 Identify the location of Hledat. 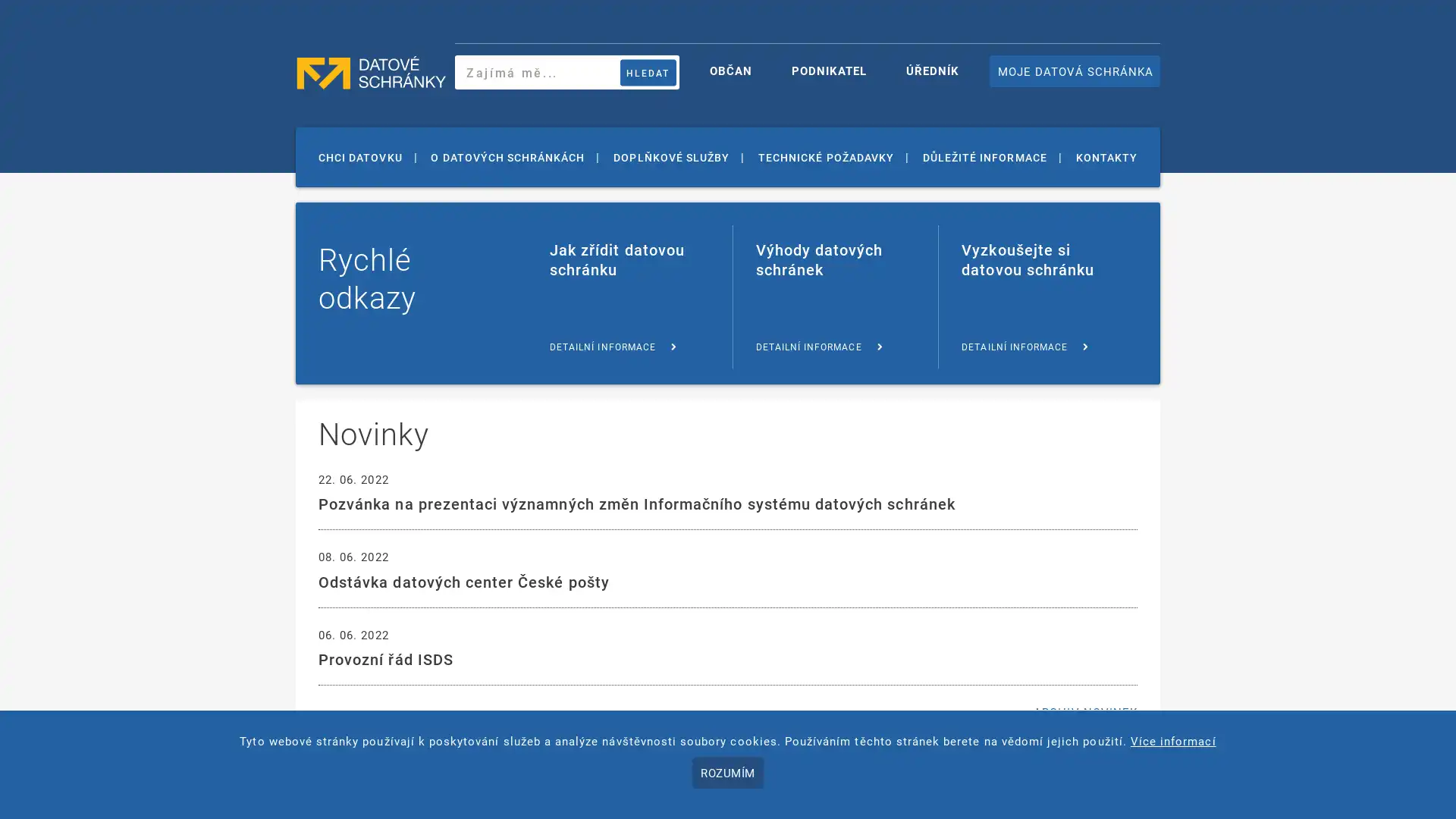
(648, 72).